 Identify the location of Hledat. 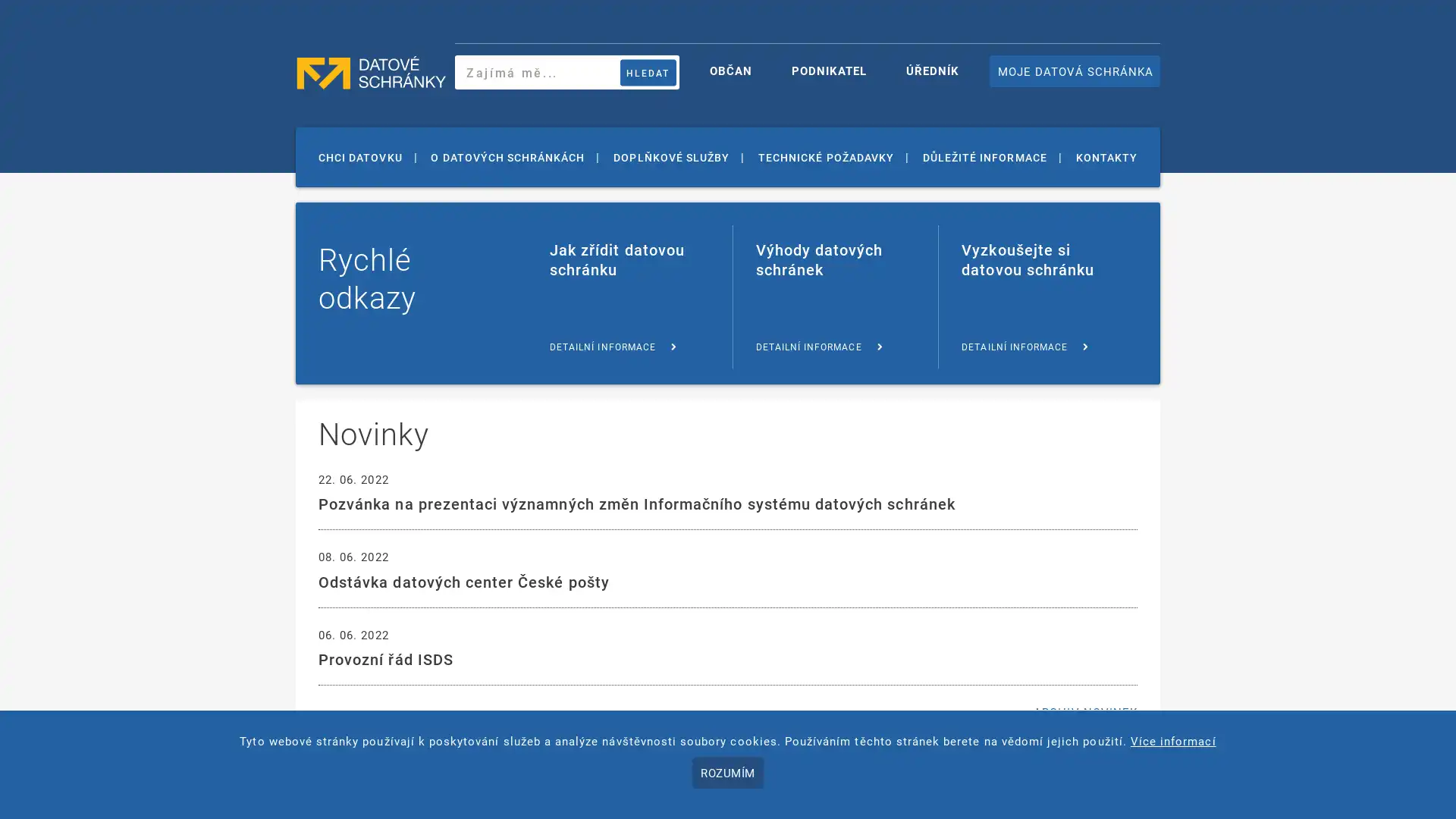
(648, 72).